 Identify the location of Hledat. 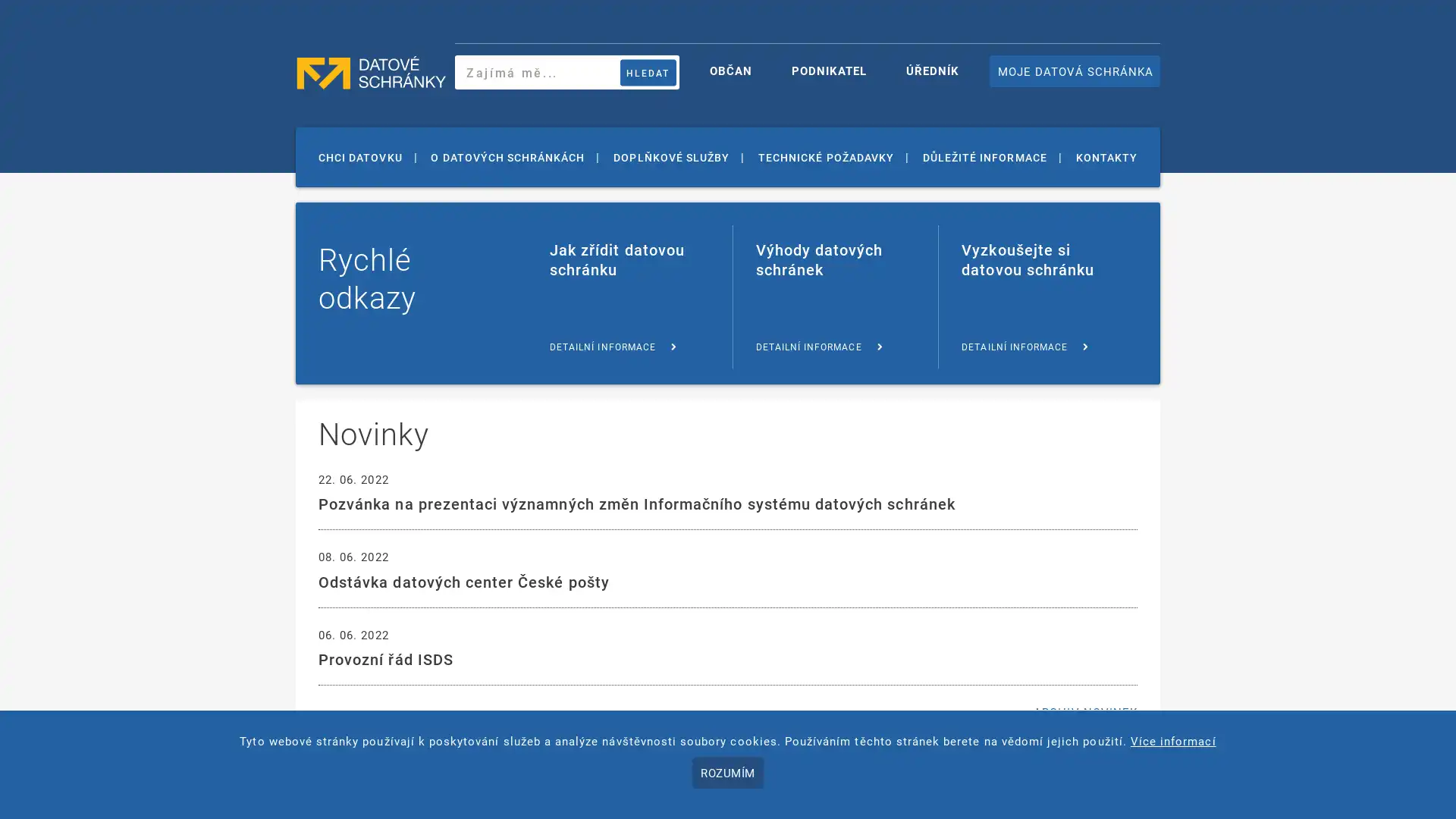
(648, 72).